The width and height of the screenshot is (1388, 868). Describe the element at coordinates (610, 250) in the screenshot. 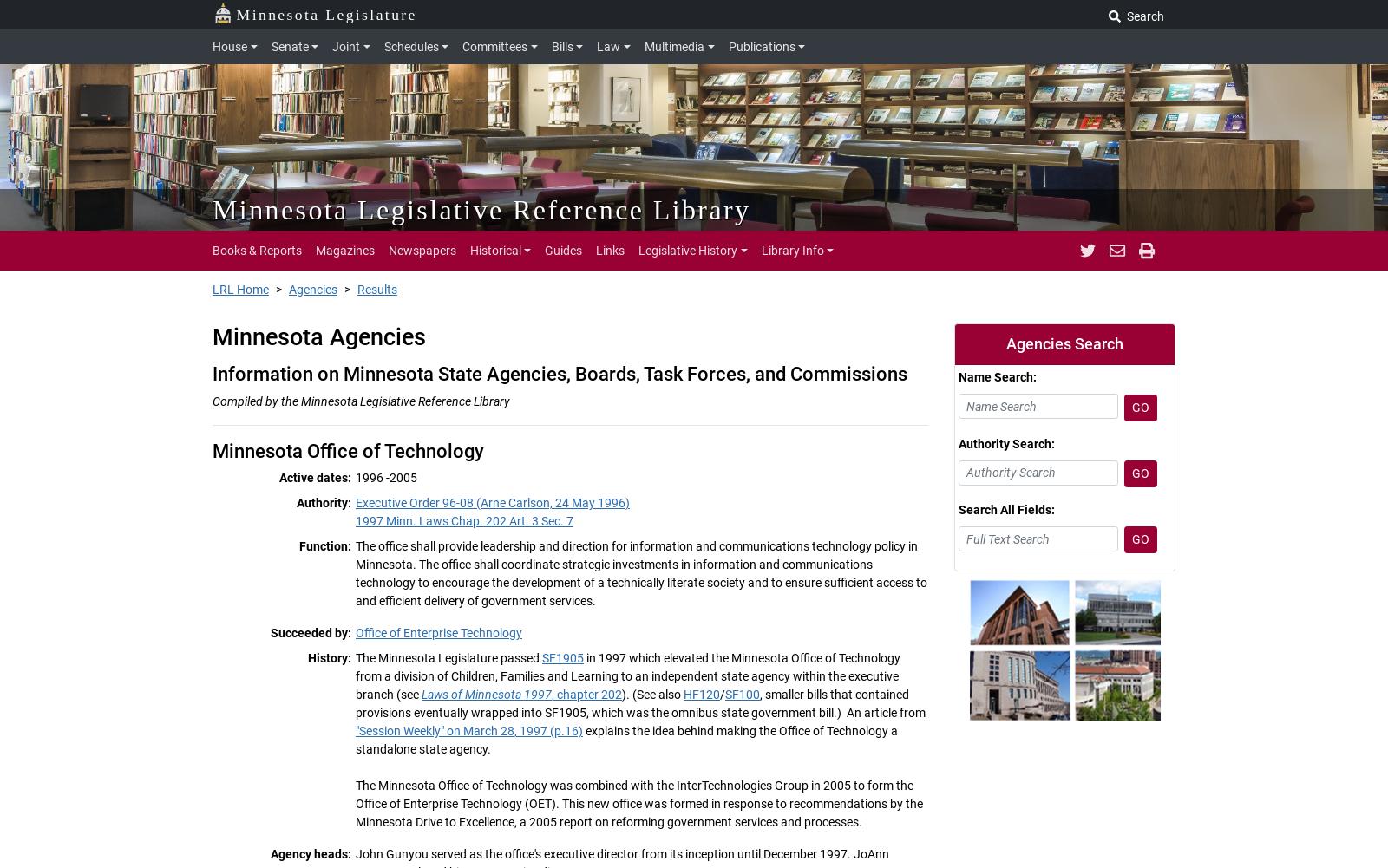

I see `'Links'` at that location.